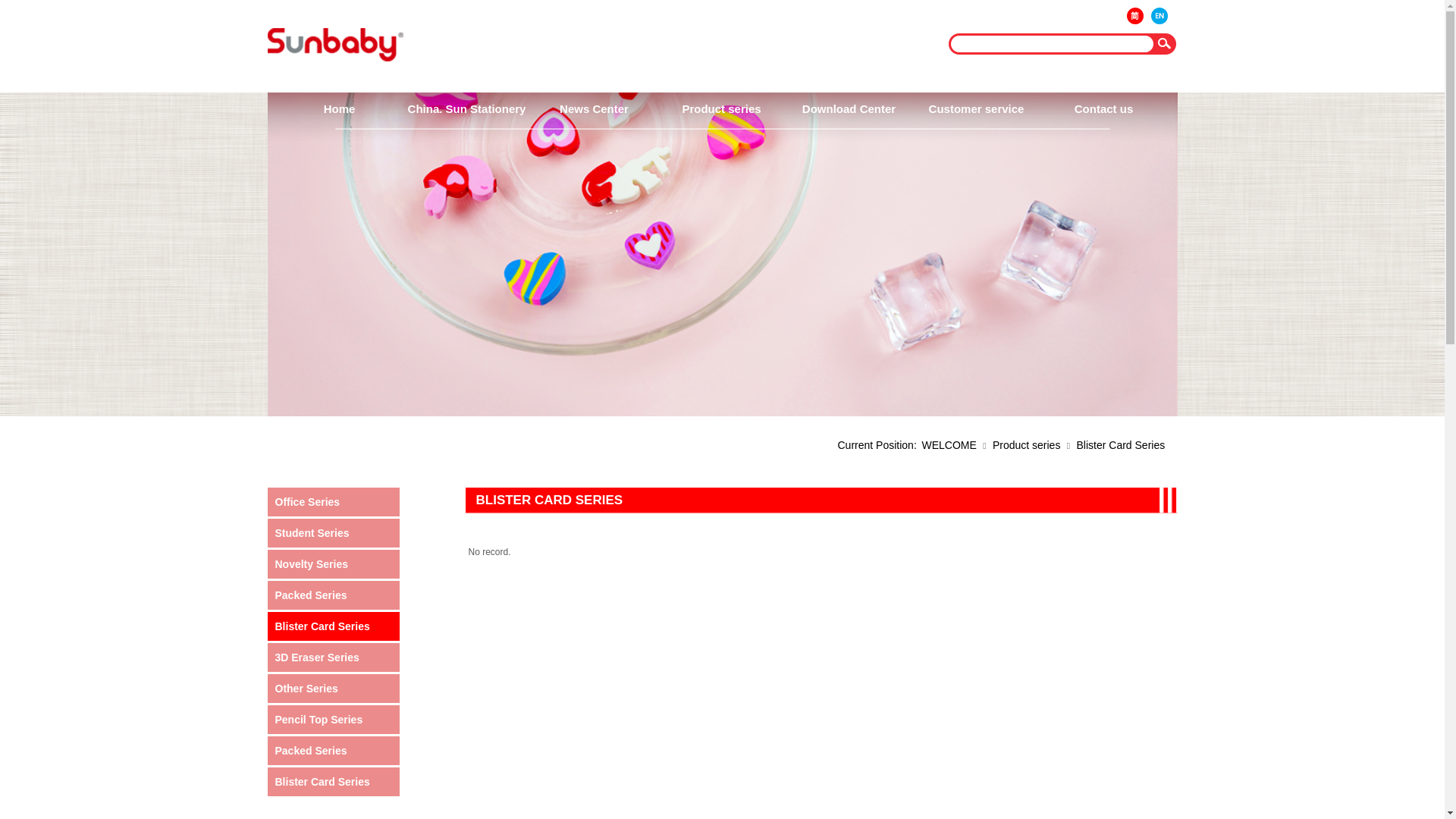 Image resolution: width=1456 pixels, height=819 pixels. What do you see at coordinates (334, 564) in the screenshot?
I see `'Novelty Series'` at bounding box center [334, 564].